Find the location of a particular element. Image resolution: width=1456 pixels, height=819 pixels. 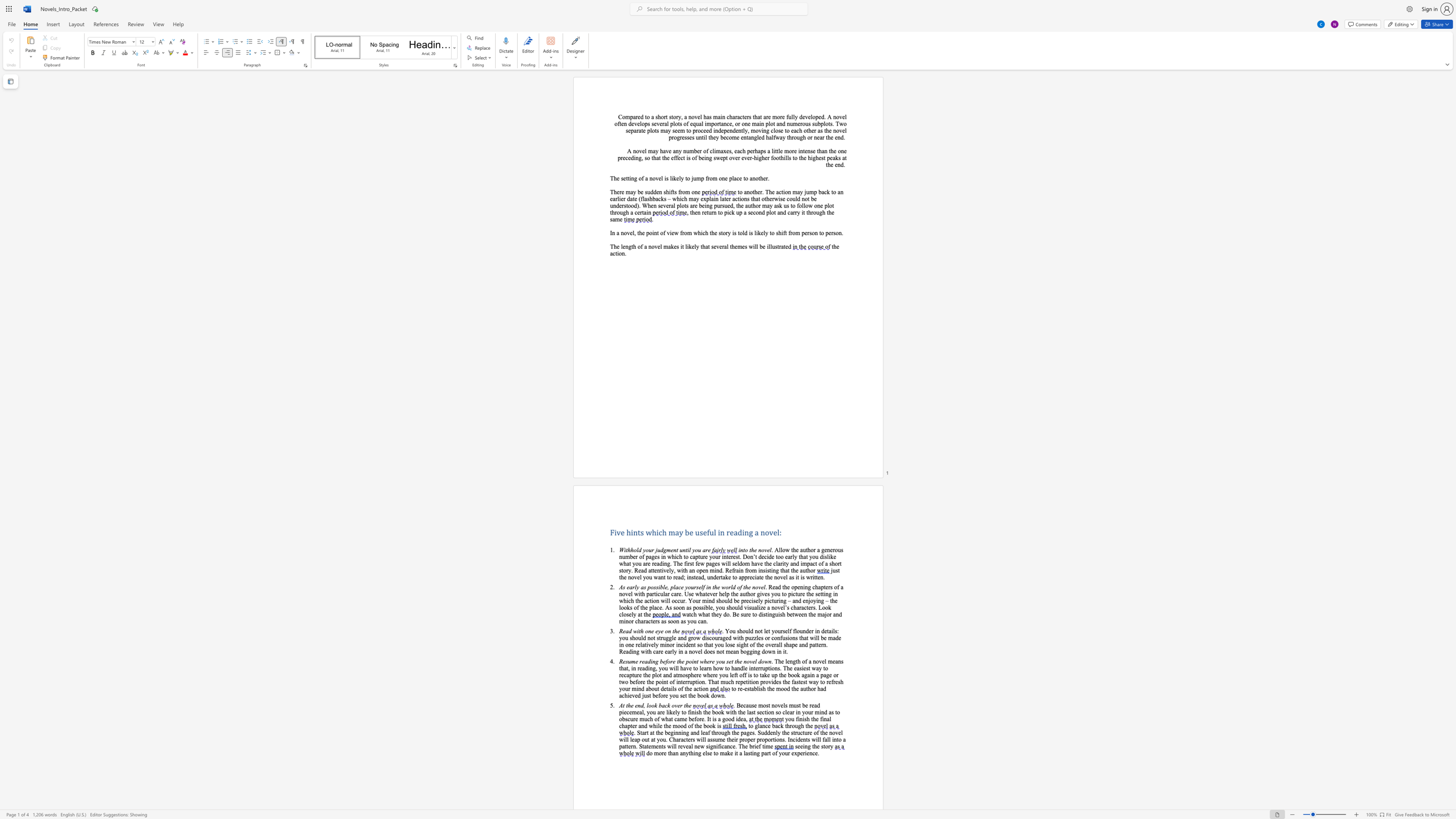

the subset text "novel may hav" within the text "A novel may have any number of climaxes, each" is located at coordinates (632, 151).